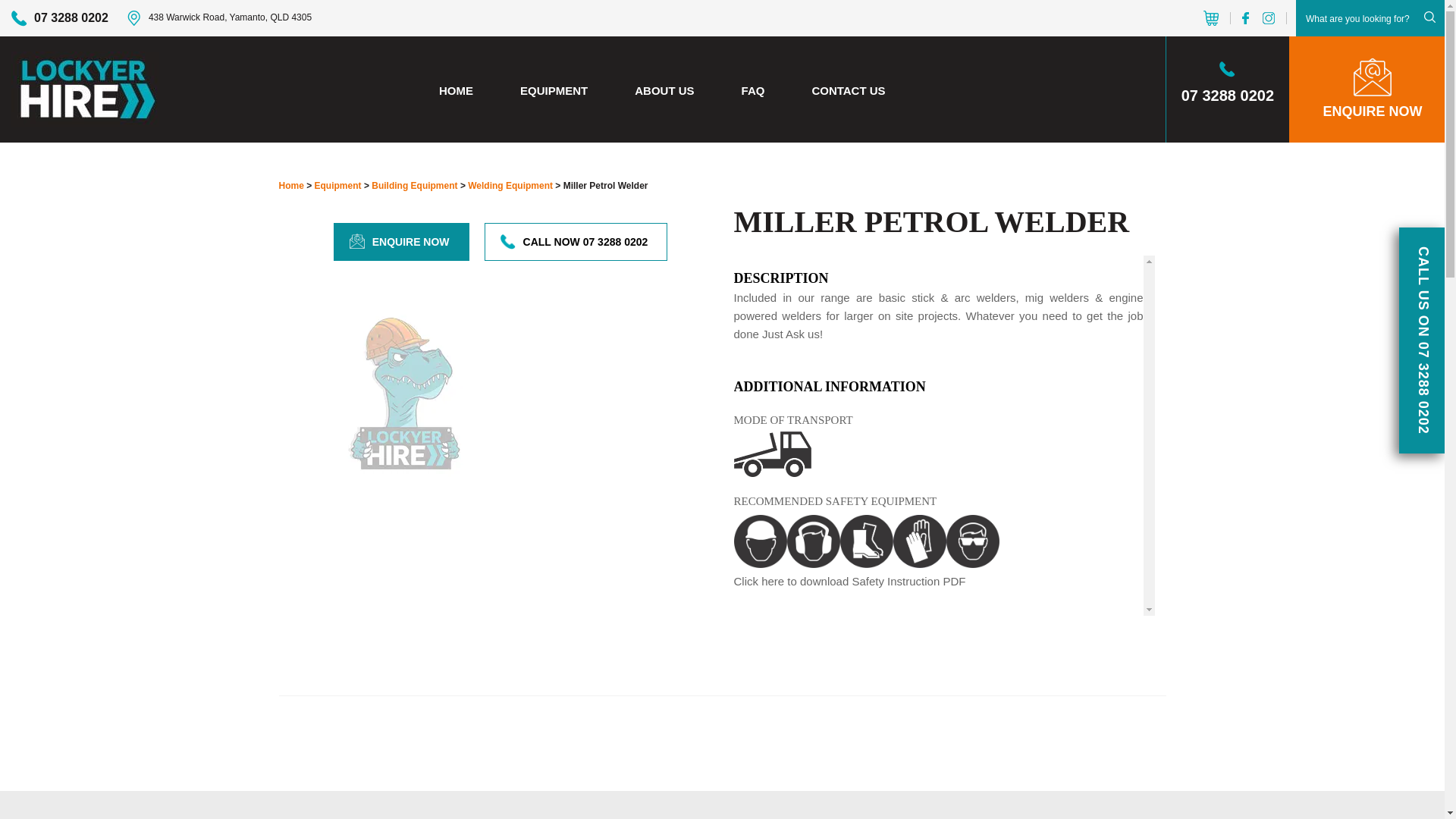 Image resolution: width=1456 pixels, height=819 pixels. What do you see at coordinates (1429, 17) in the screenshot?
I see `'Submit'` at bounding box center [1429, 17].